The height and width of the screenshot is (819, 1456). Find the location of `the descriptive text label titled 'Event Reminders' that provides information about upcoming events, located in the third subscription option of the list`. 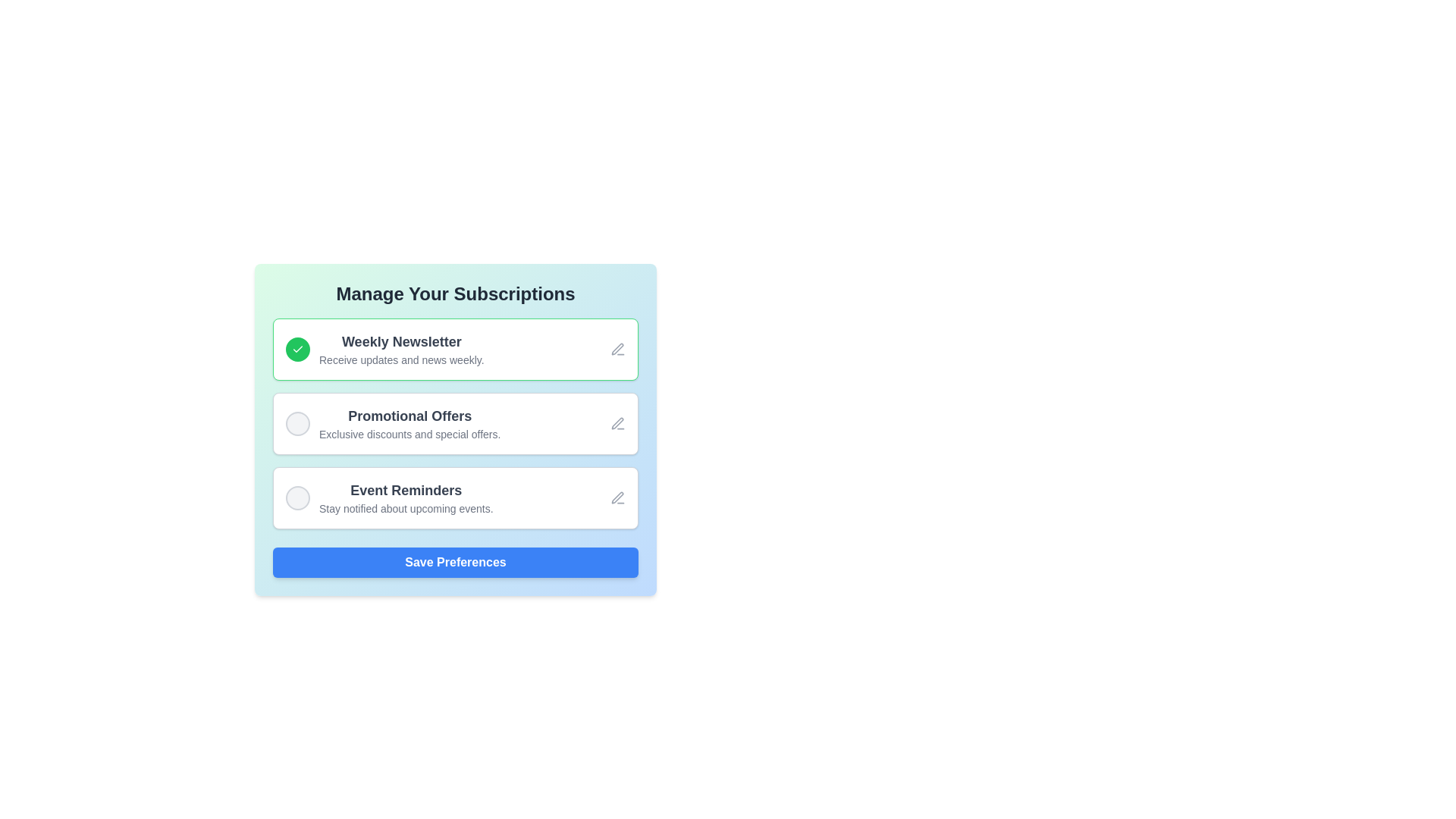

the descriptive text label titled 'Event Reminders' that provides information about upcoming events, located in the third subscription option of the list is located at coordinates (406, 497).